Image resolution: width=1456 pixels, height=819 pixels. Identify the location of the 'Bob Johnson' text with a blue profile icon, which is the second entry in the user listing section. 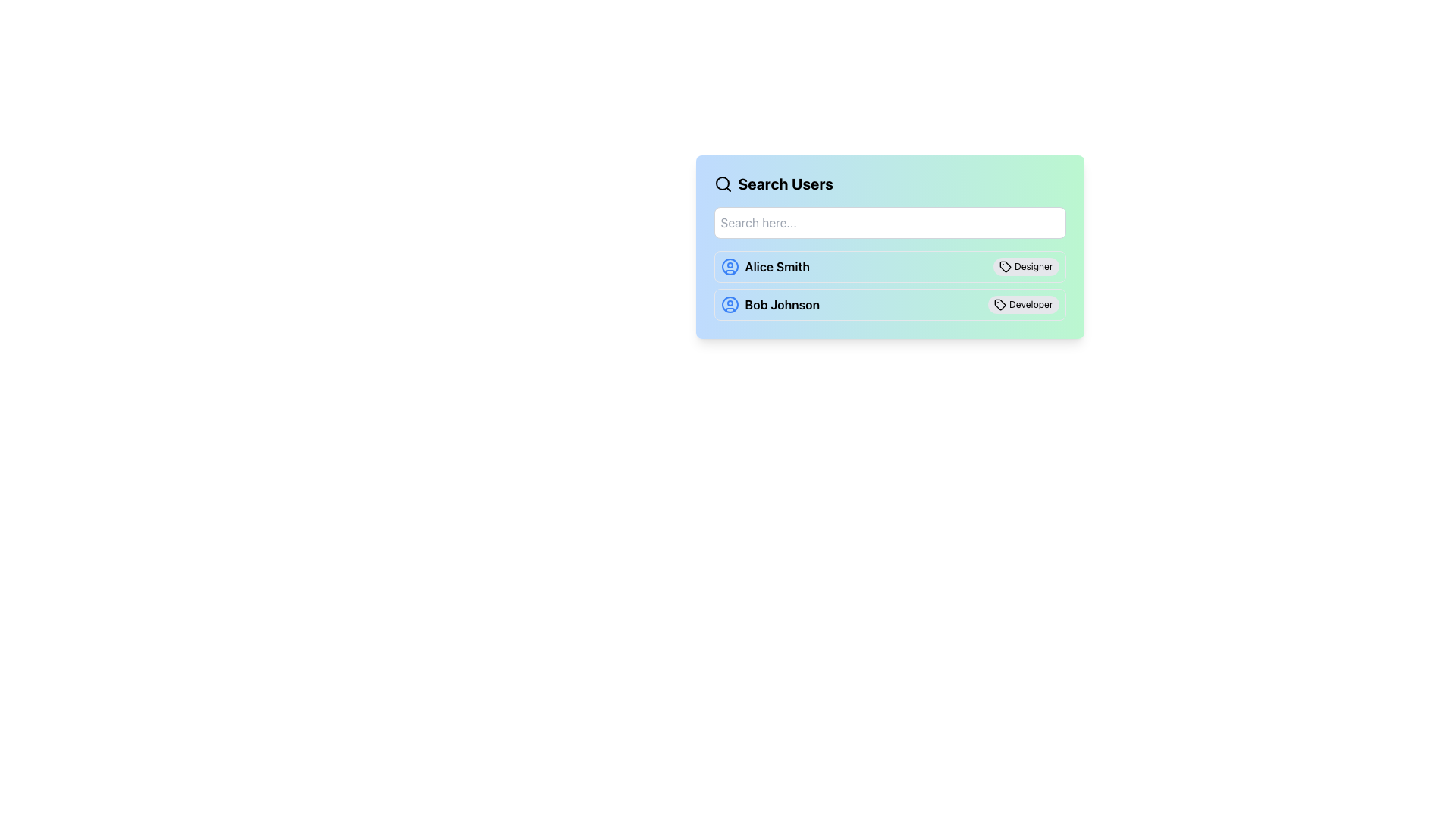
(770, 304).